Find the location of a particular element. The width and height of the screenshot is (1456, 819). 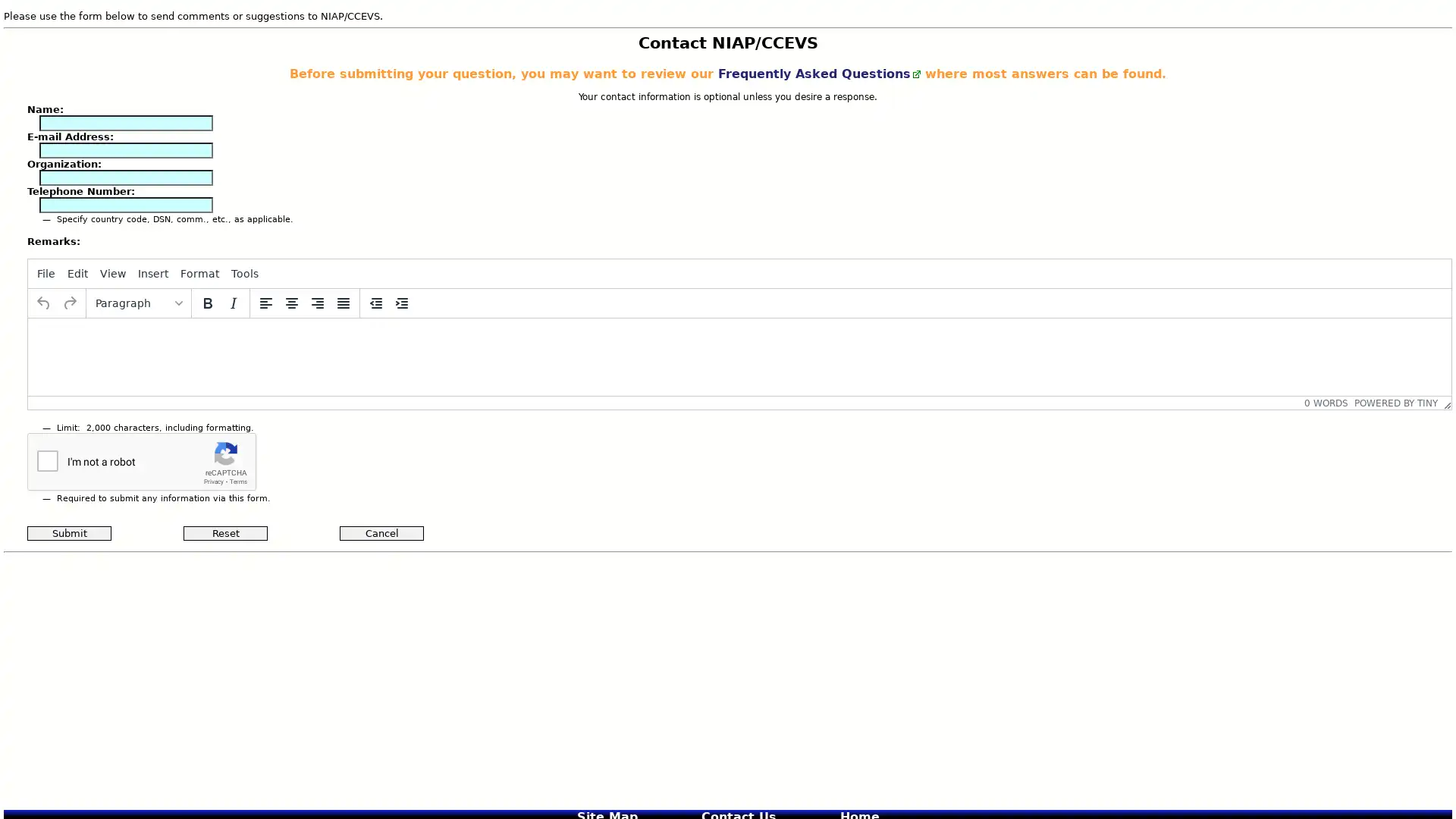

Decrease indent is located at coordinates (375, 303).